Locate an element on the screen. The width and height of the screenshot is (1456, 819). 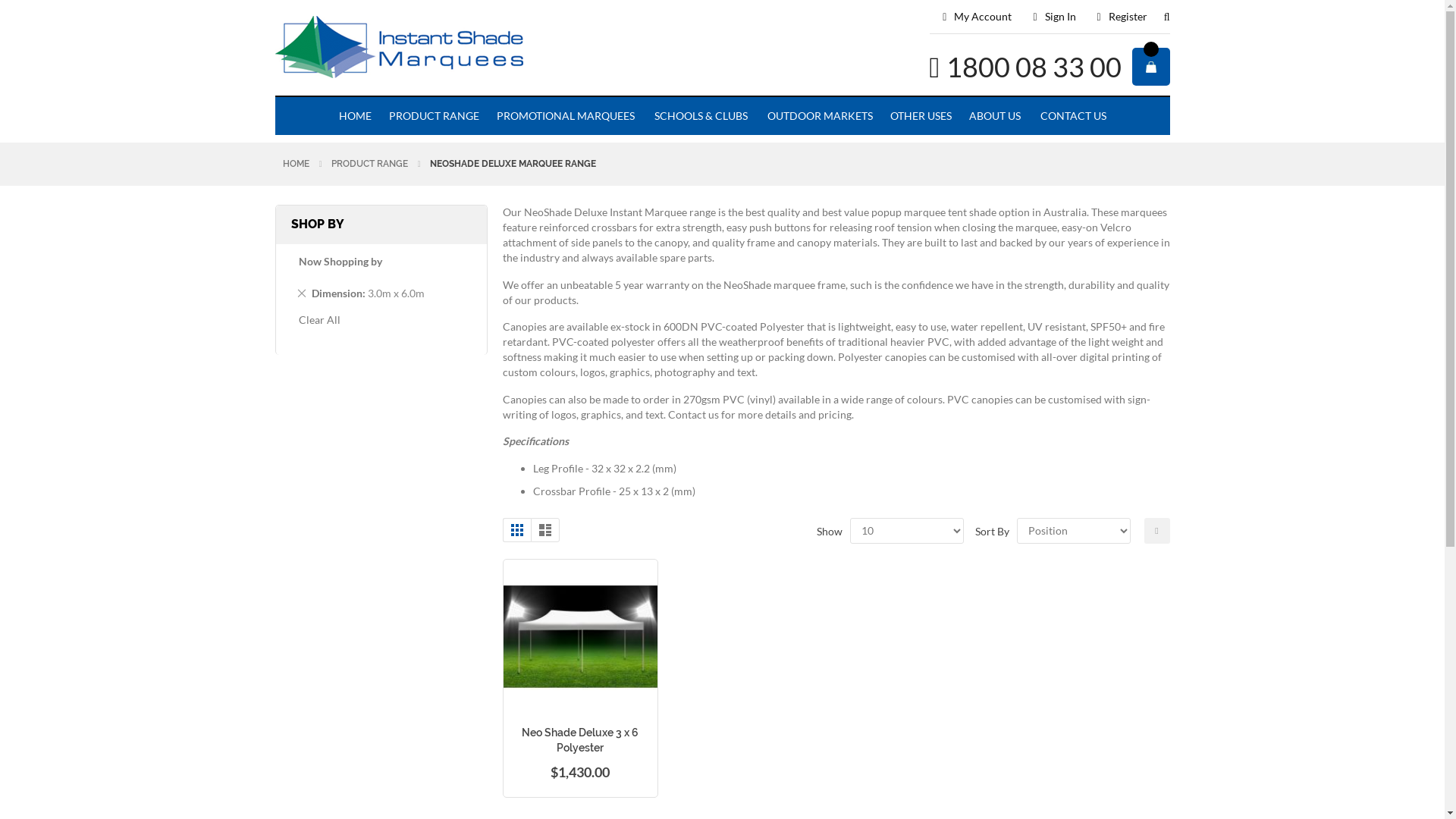
'Sign In' is located at coordinates (1053, 17).